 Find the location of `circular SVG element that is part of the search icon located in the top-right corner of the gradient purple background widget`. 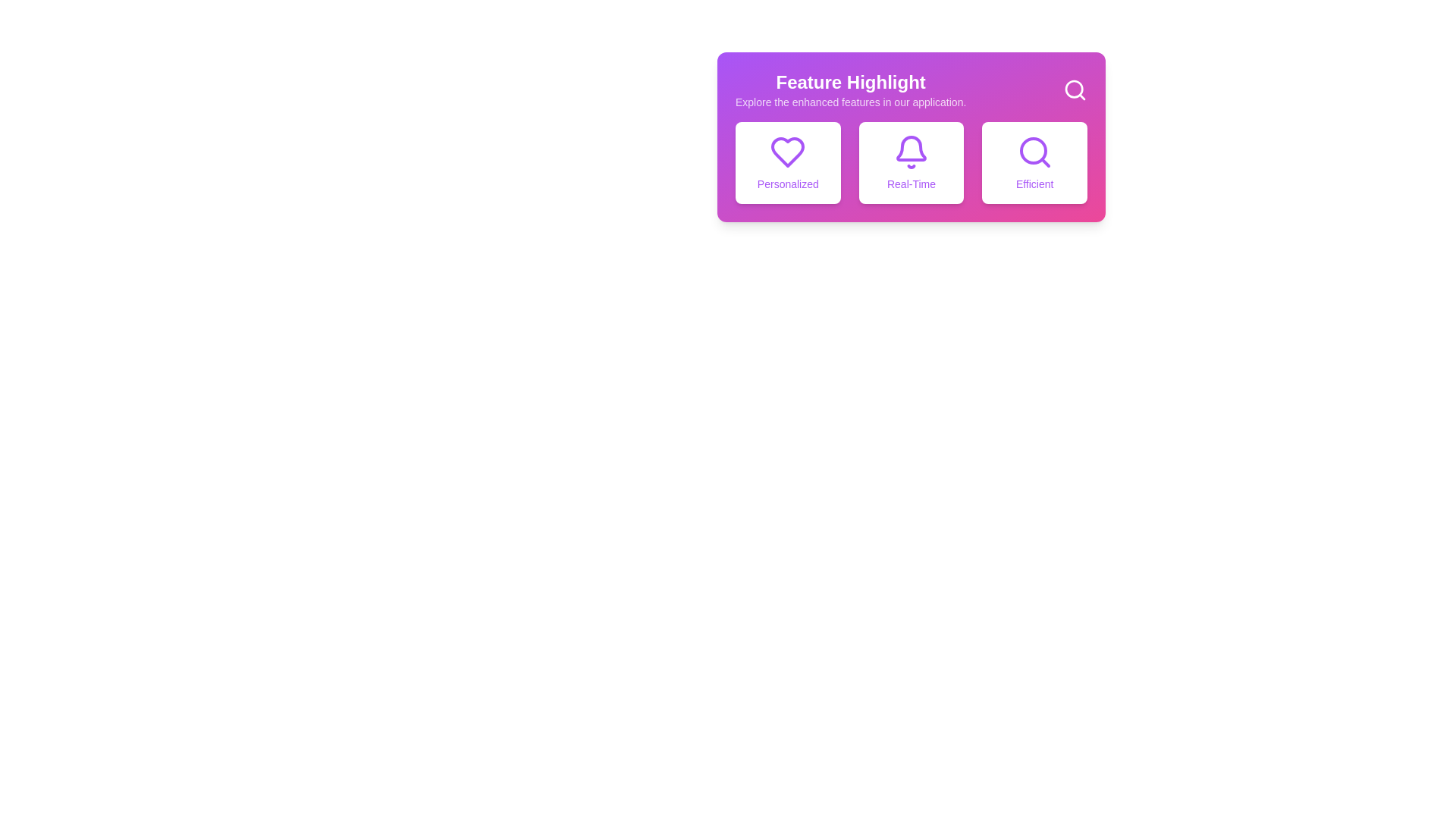

circular SVG element that is part of the search icon located in the top-right corner of the gradient purple background widget is located at coordinates (1073, 88).